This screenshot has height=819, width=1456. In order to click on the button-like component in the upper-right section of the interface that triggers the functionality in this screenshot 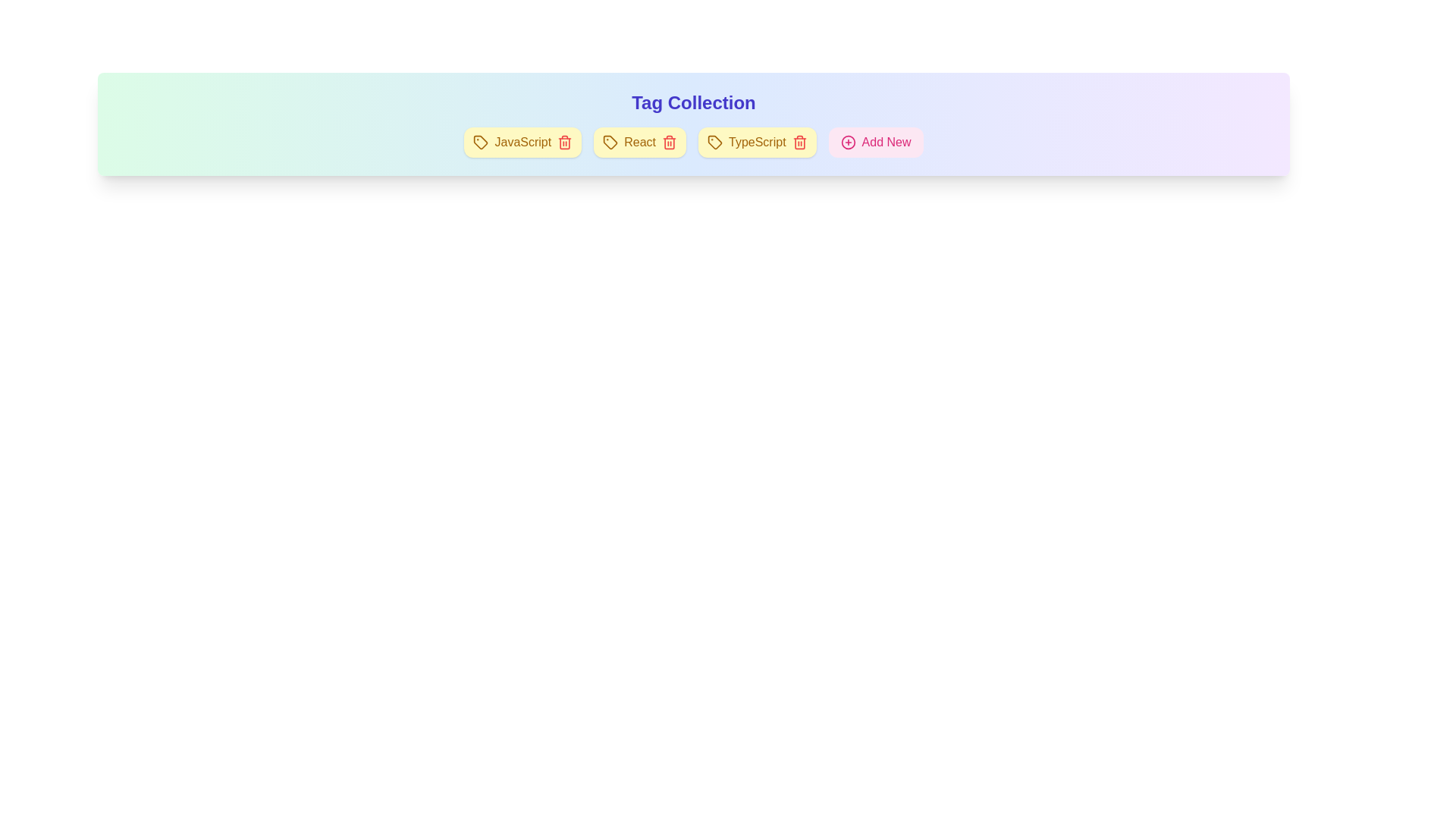, I will do `click(886, 143)`.